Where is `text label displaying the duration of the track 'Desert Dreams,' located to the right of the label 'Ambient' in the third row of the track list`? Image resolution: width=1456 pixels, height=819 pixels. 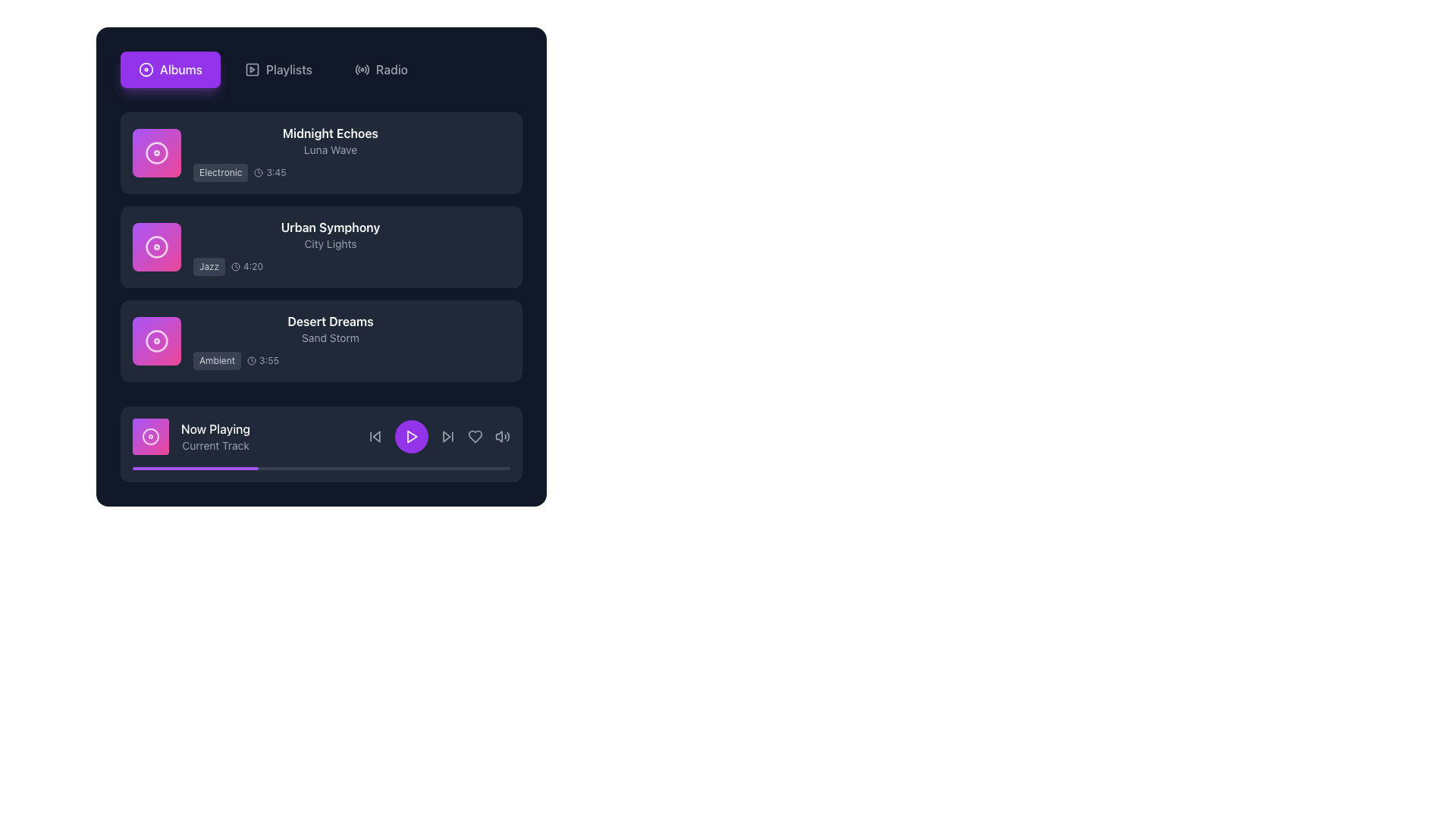 text label displaying the duration of the track 'Desert Dreams,' located to the right of the label 'Ambient' in the third row of the track list is located at coordinates (263, 360).